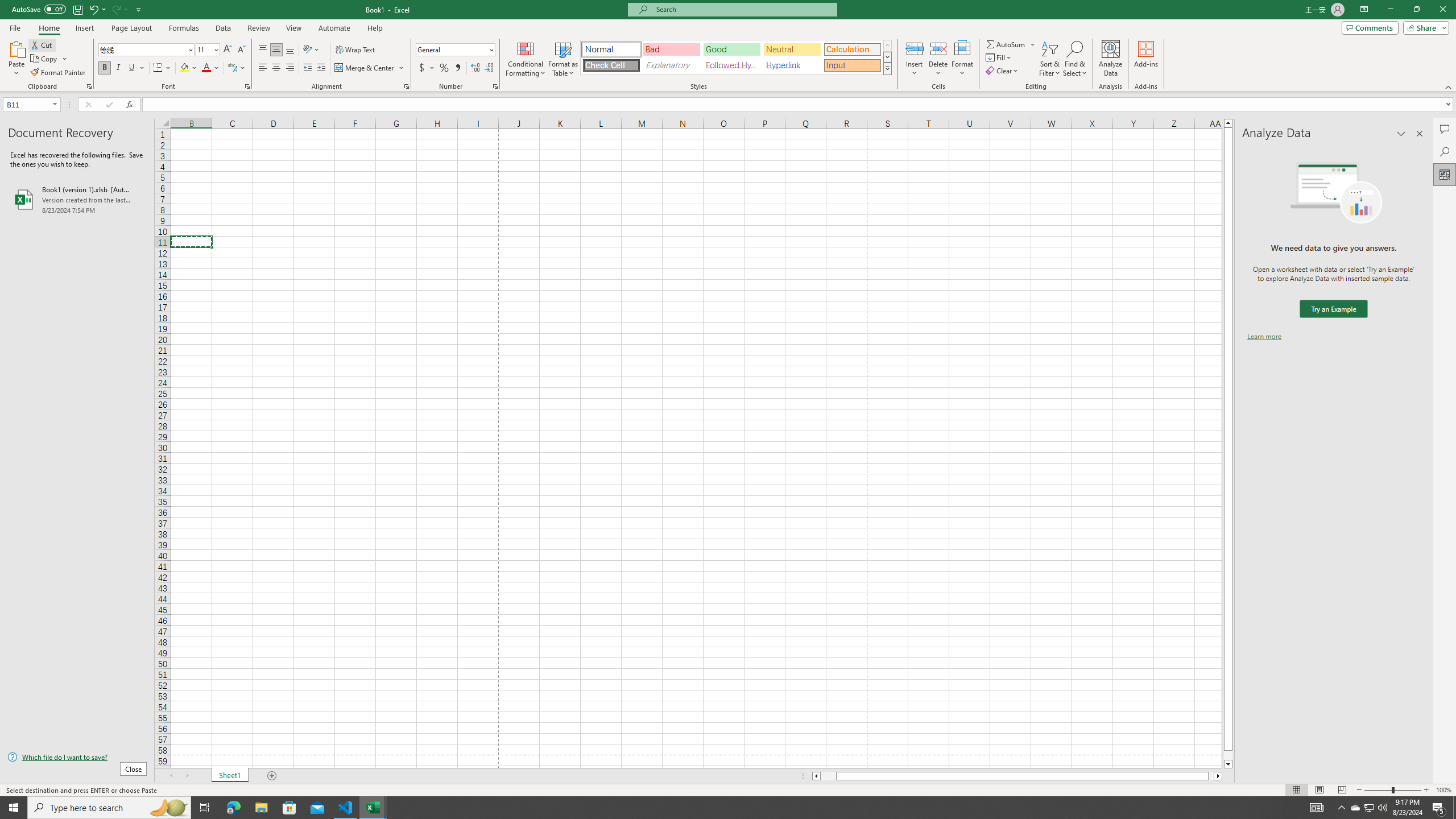  I want to click on 'Center', so click(276, 67).